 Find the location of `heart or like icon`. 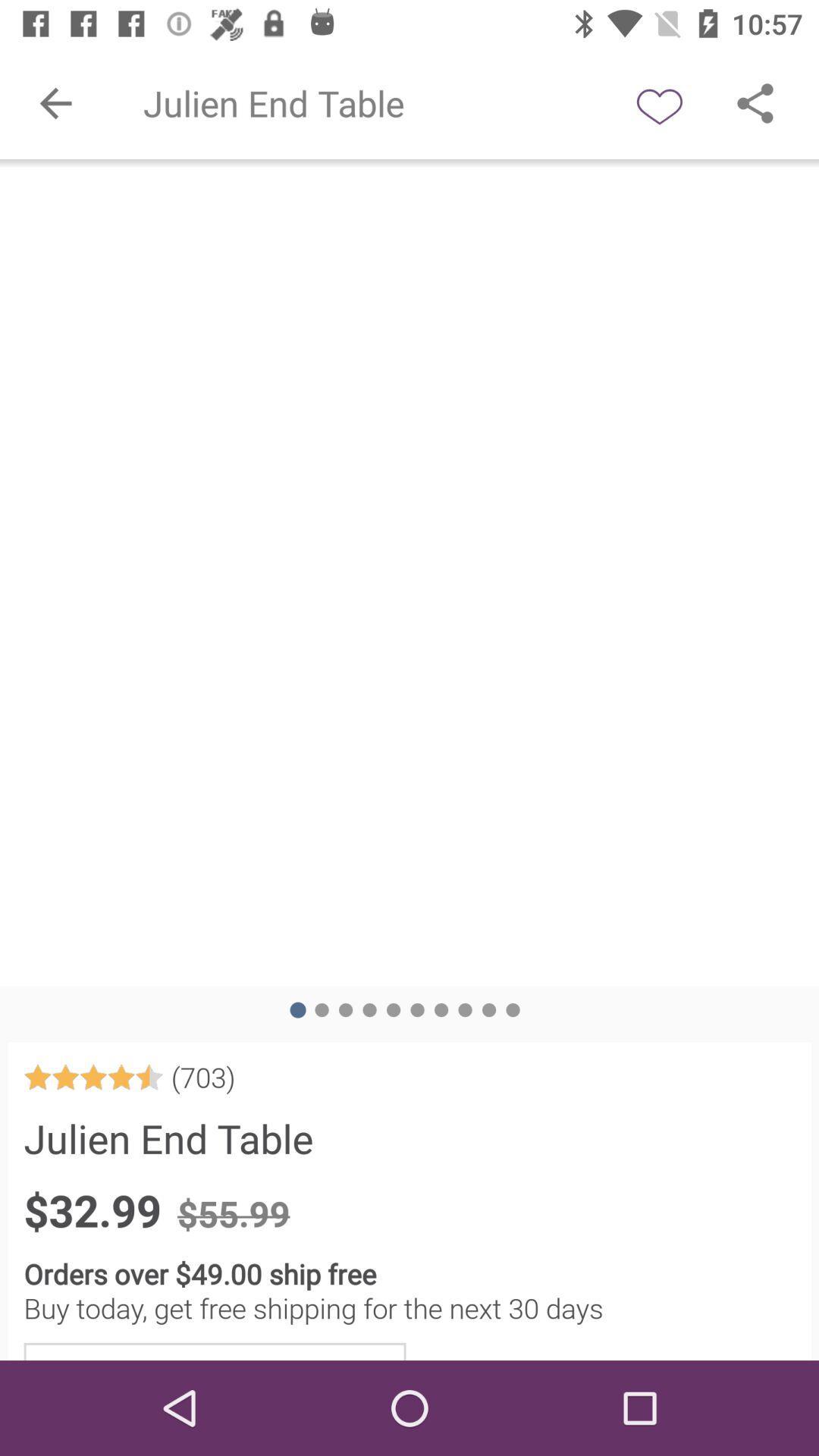

heart or like icon is located at coordinates (659, 102).